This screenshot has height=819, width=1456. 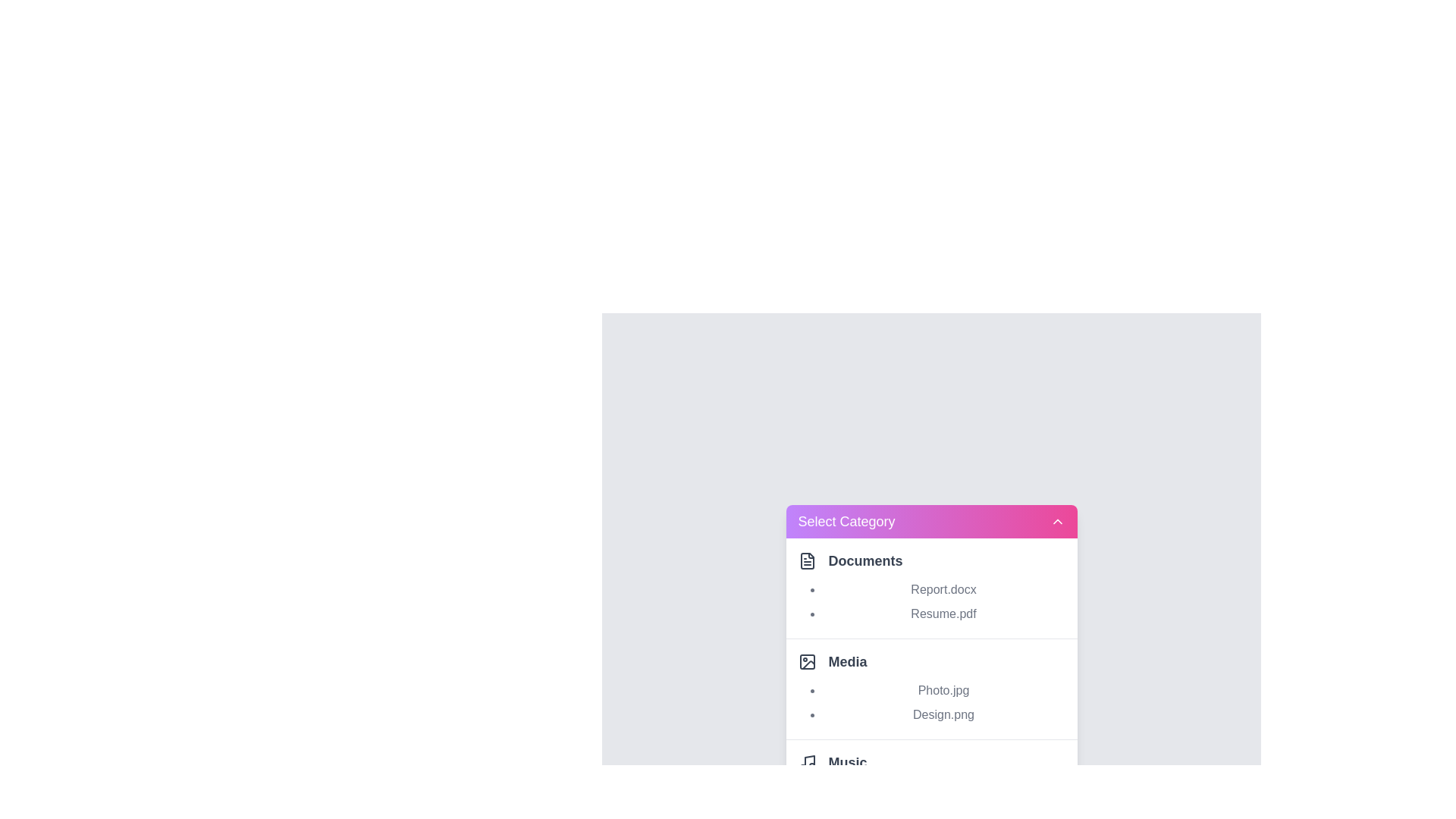 What do you see at coordinates (806, 560) in the screenshot?
I see `the file icon with a gray outline and text lines, located to the left of the 'Documents' label in the 'Select Category' section` at bounding box center [806, 560].